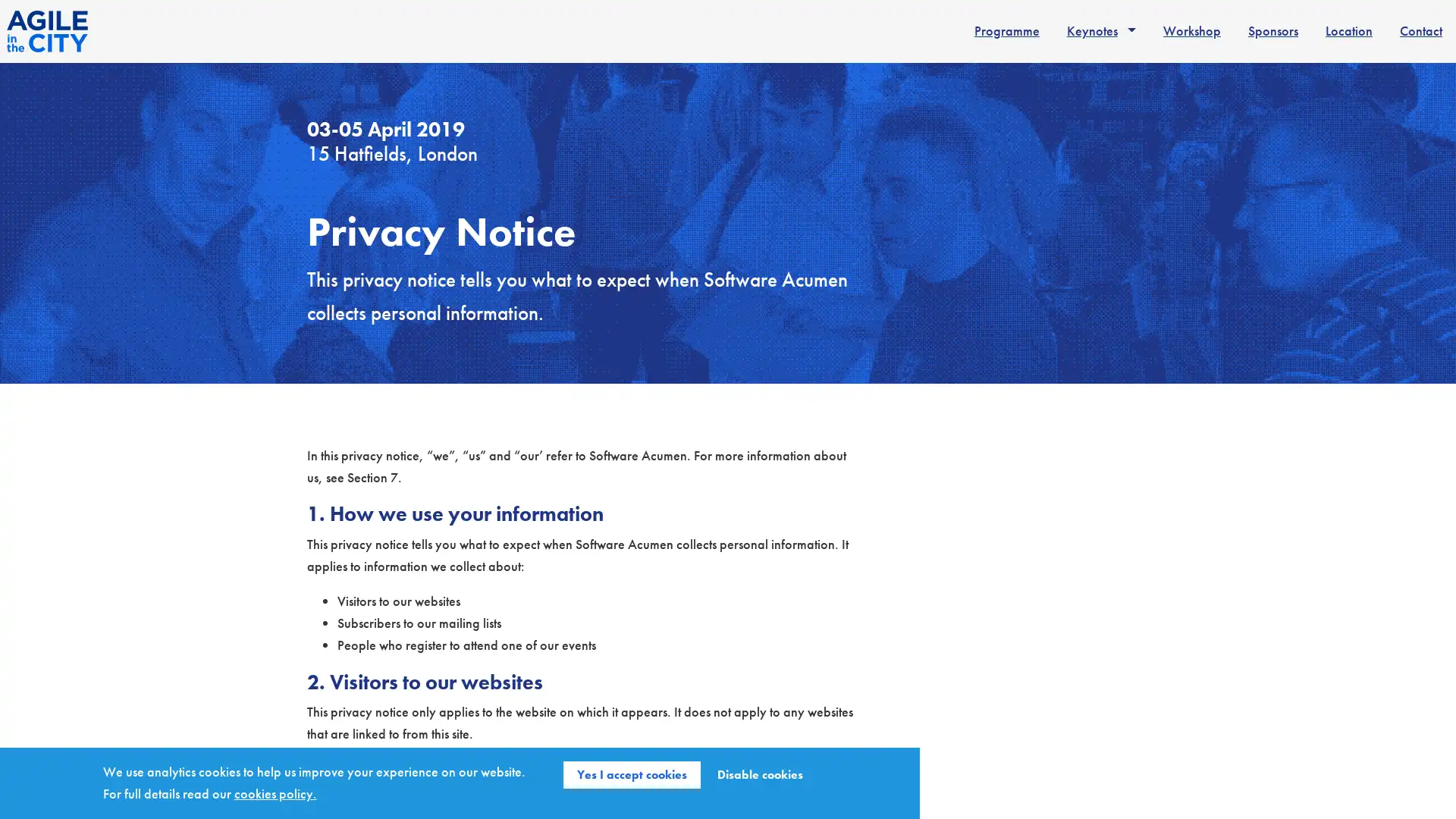 This screenshot has width=1456, height=819. What do you see at coordinates (632, 775) in the screenshot?
I see `Yes I accept cookies` at bounding box center [632, 775].